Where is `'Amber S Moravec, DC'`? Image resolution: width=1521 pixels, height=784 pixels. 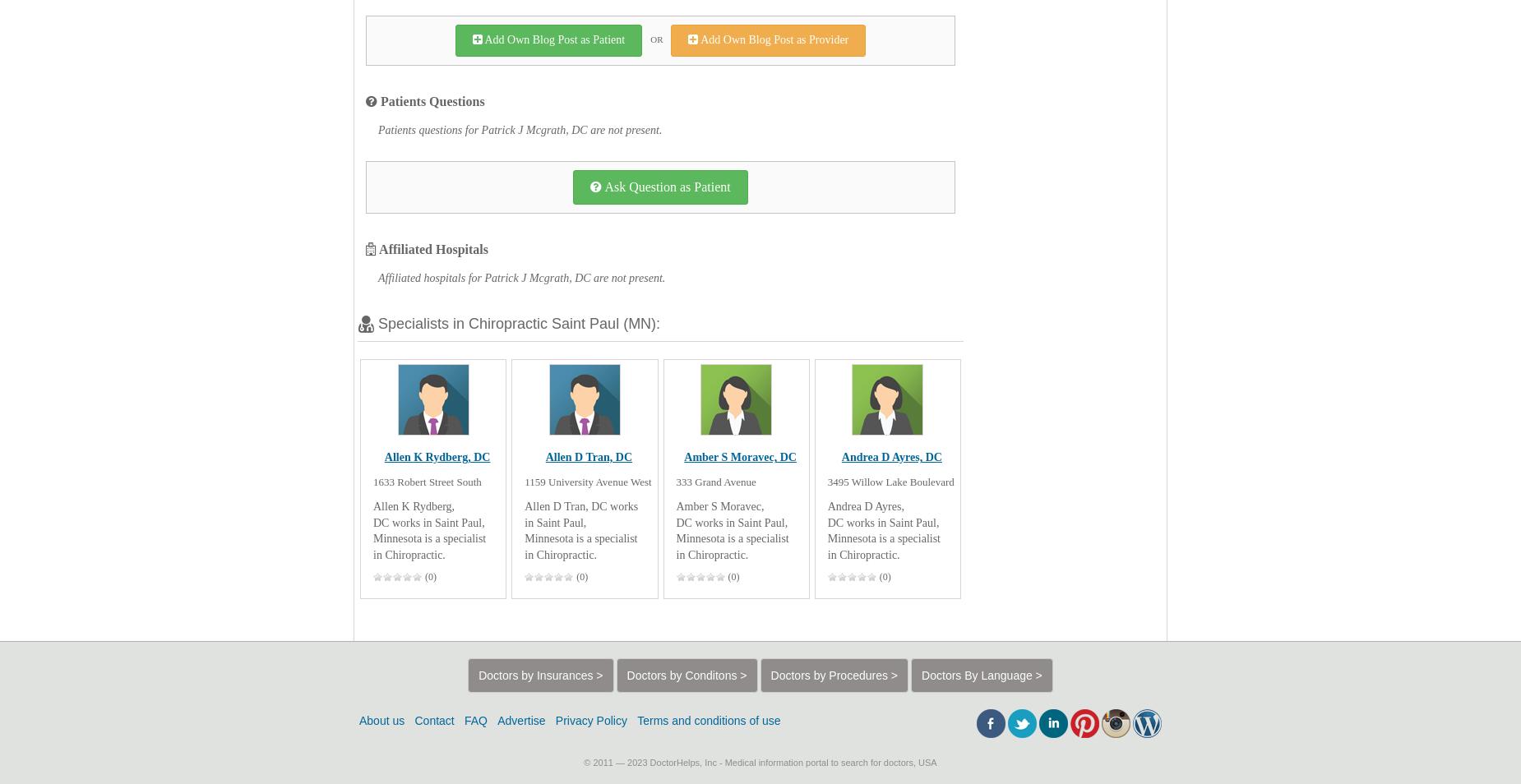 'Amber S Moravec, DC' is located at coordinates (683, 456).